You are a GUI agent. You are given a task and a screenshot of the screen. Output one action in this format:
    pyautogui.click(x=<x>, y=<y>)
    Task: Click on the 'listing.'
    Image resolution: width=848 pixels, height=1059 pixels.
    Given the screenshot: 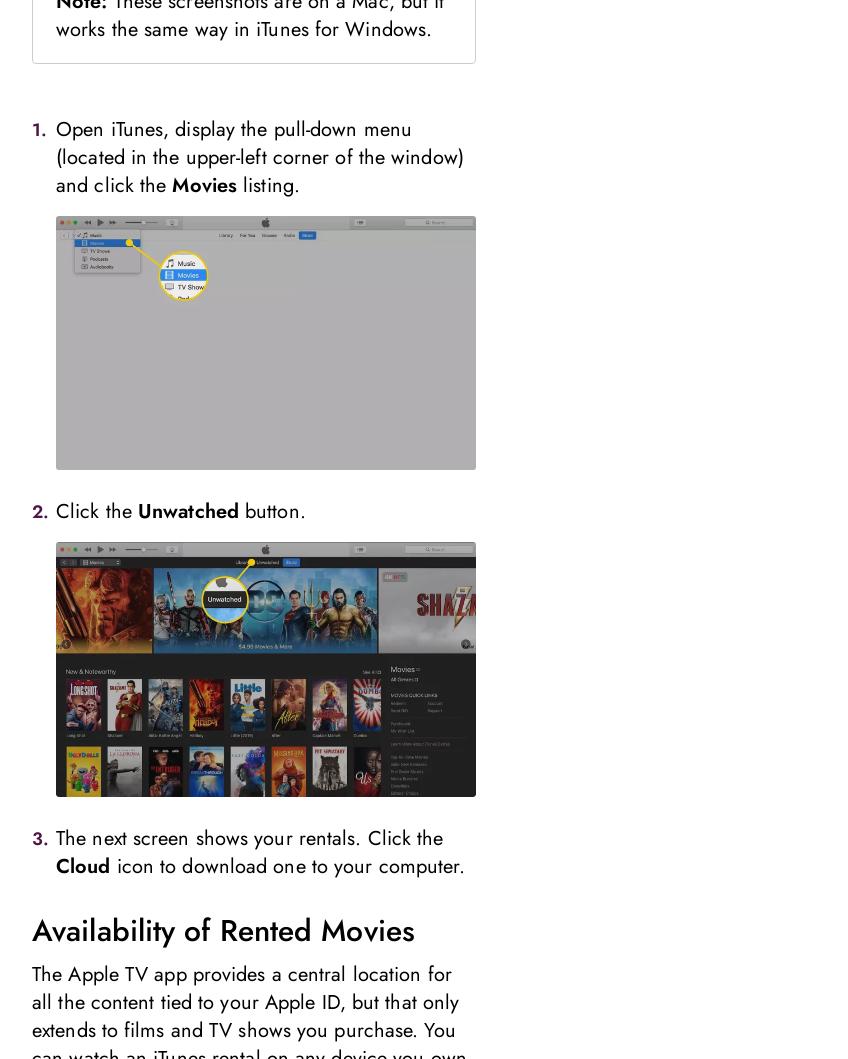 What is the action you would take?
    pyautogui.click(x=267, y=183)
    